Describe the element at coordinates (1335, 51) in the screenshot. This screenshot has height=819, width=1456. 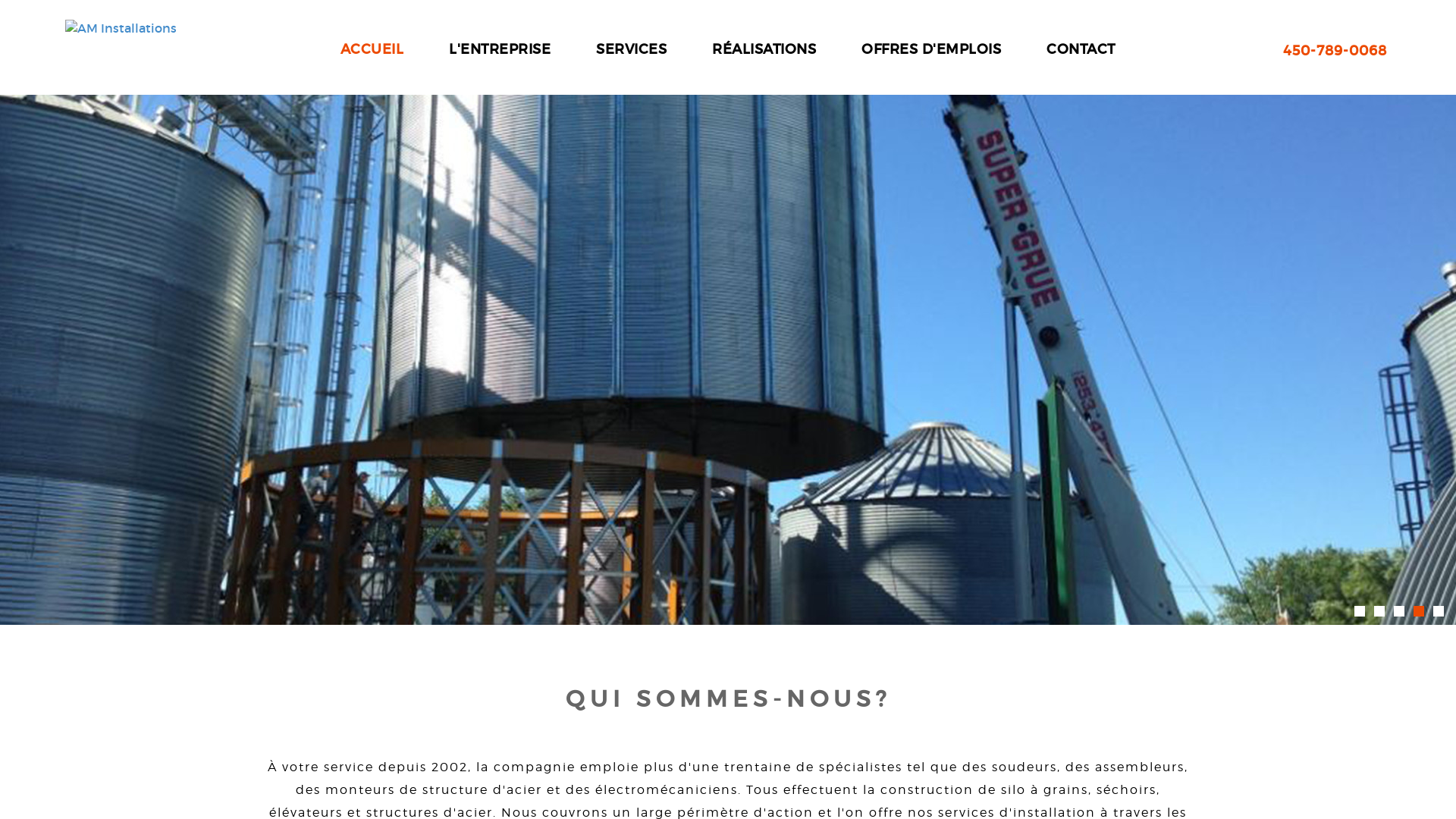
I see `'450-789-0068'` at that location.